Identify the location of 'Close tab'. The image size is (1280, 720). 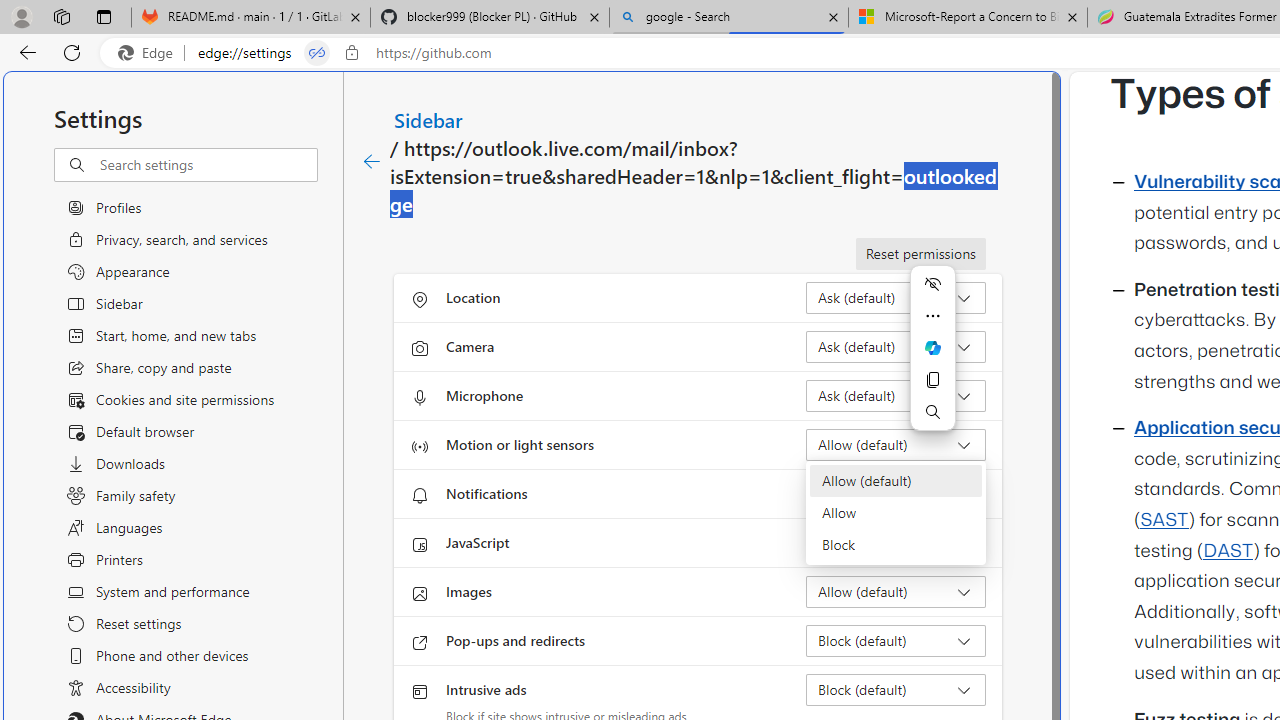
(1071, 17).